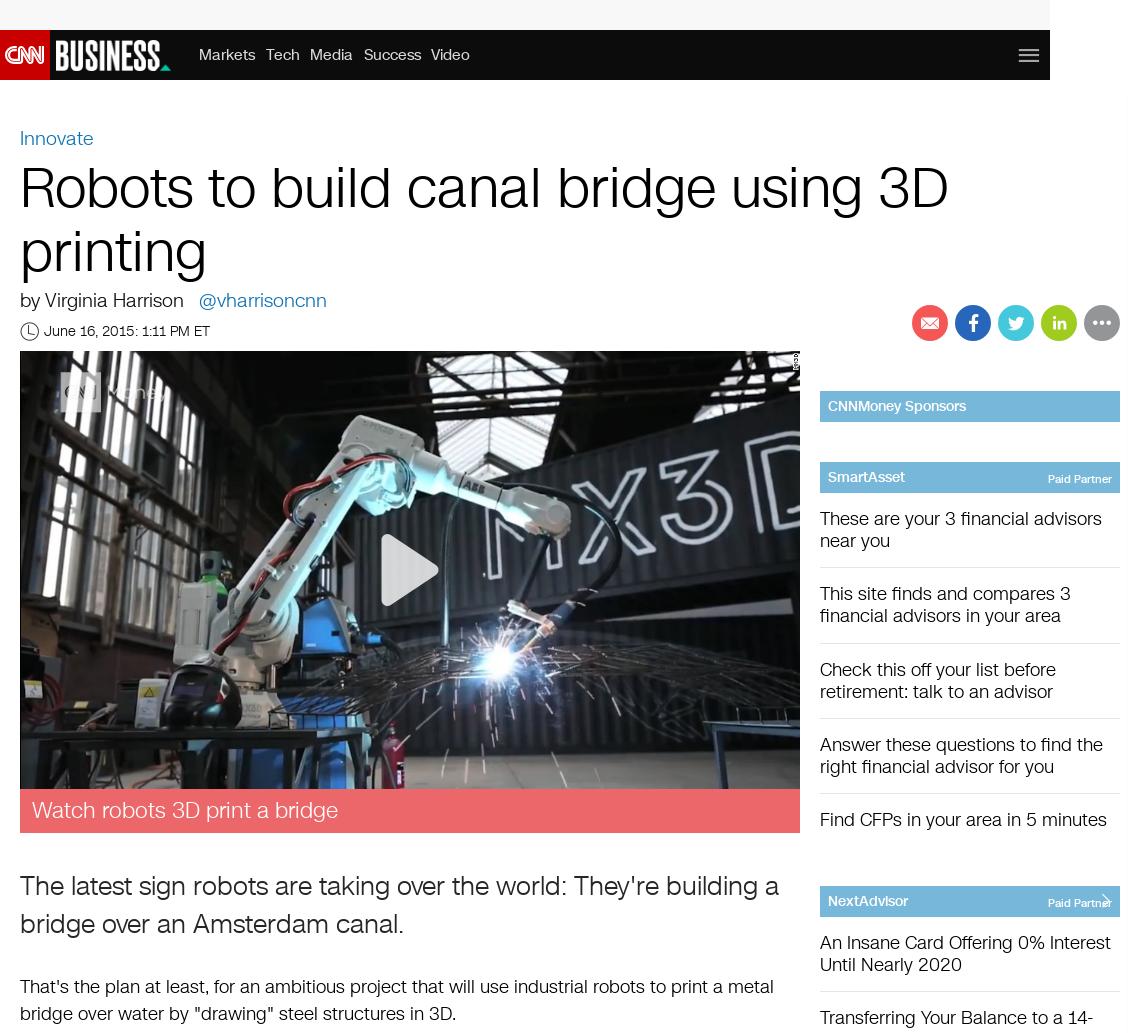  What do you see at coordinates (331, 54) in the screenshot?
I see `'Media'` at bounding box center [331, 54].